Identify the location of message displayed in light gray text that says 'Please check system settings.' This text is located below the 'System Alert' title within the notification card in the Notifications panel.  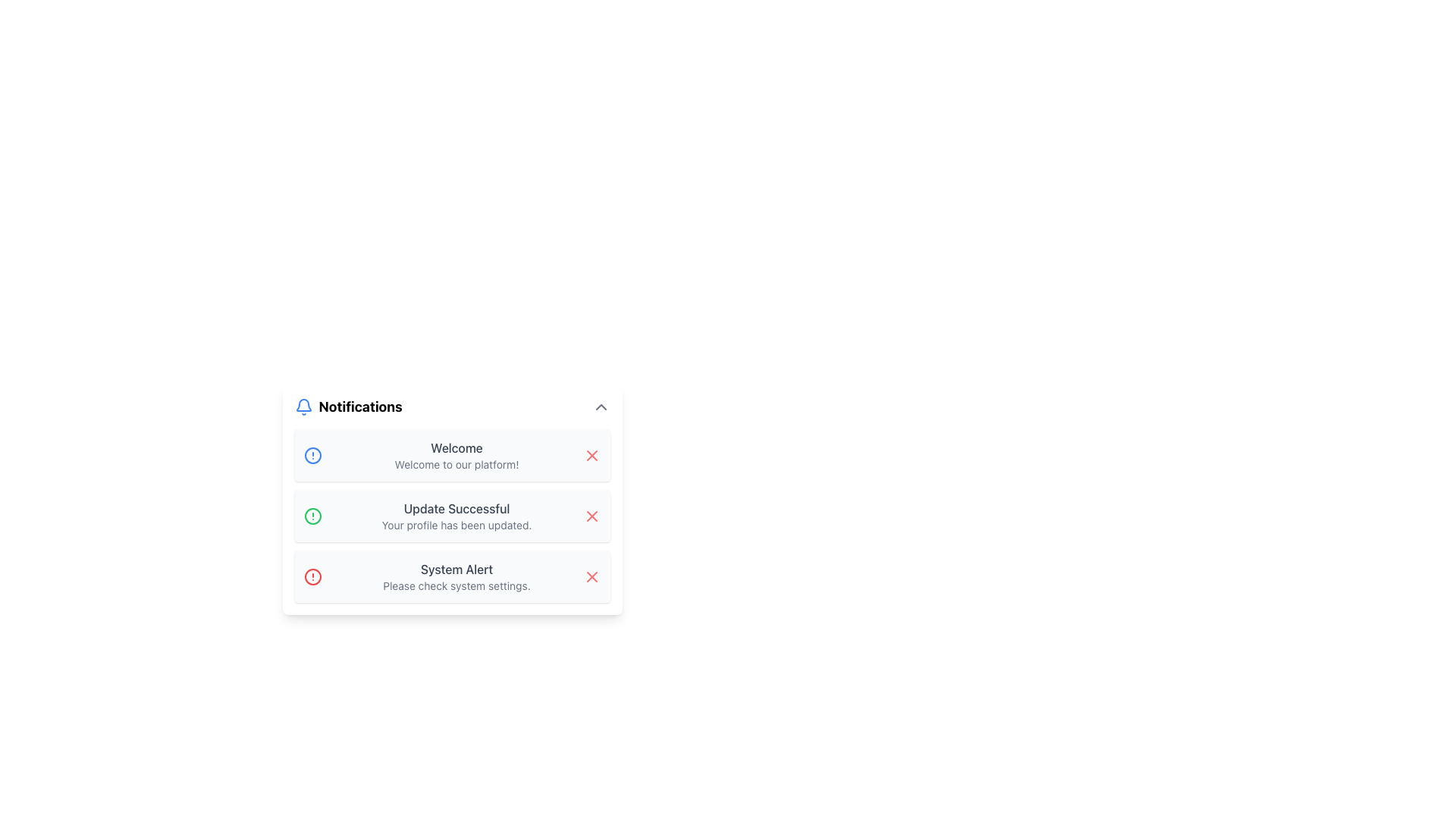
(456, 585).